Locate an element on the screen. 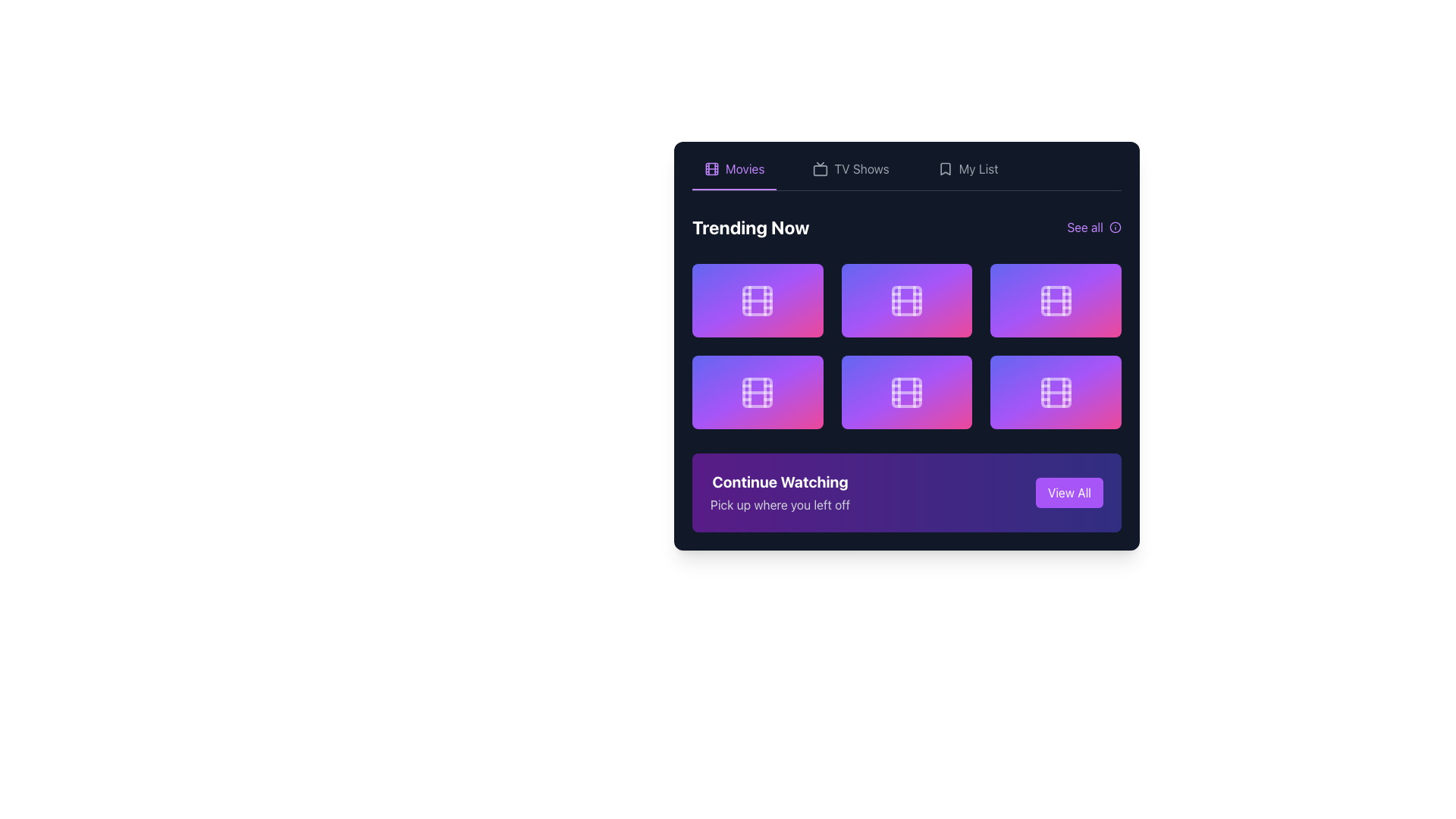 The height and width of the screenshot is (819, 1456). the text label located in the navigation bar next to the bookmark icon is located at coordinates (978, 169).